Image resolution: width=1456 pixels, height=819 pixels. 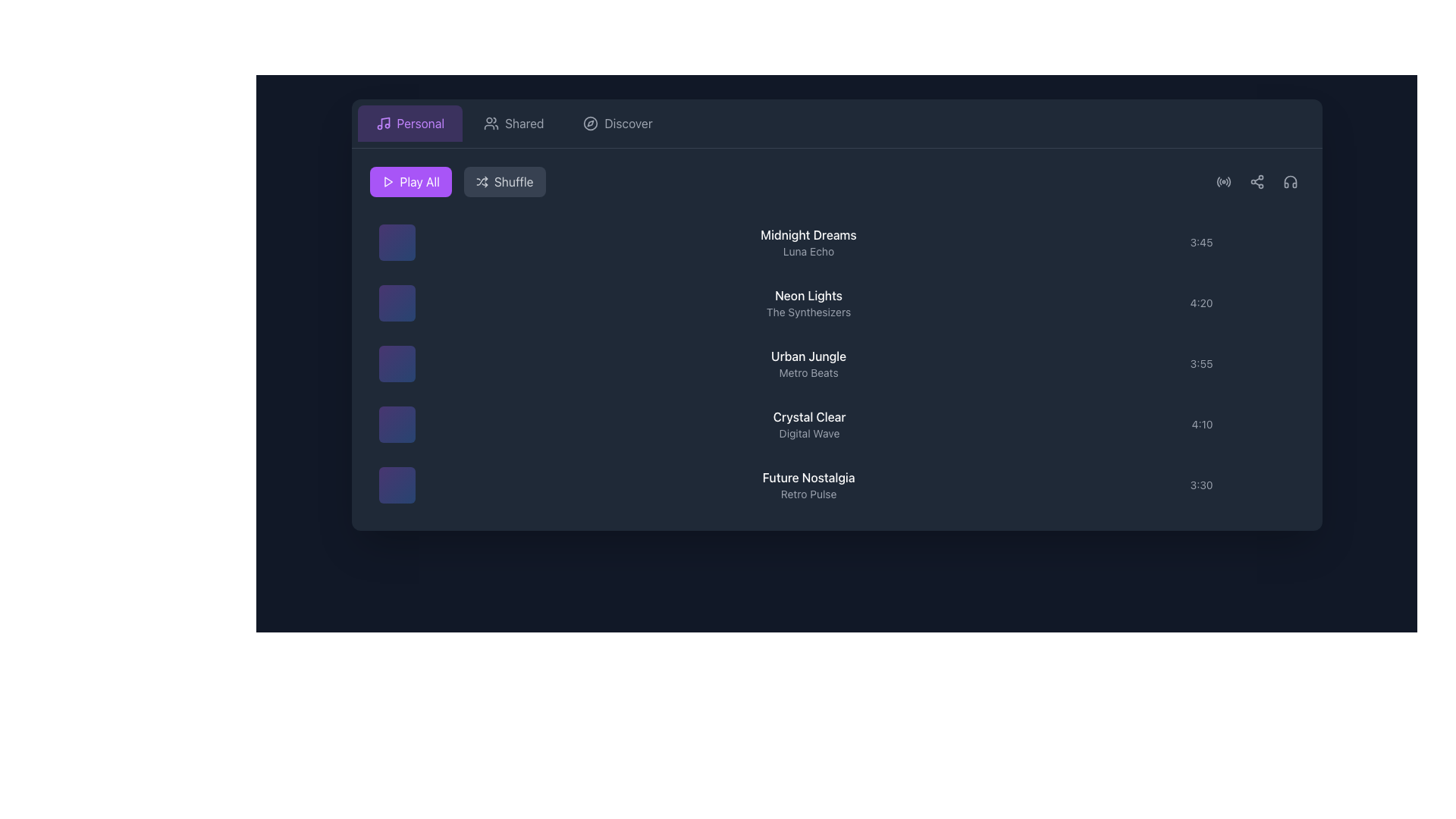 I want to click on the text block titled 'Urban Jungle' which is the third item in the list of song titles, positioned between 'Neon Lights - The Synthesizers' and 'Crystal Clear - Digital Wave', so click(x=808, y=363).